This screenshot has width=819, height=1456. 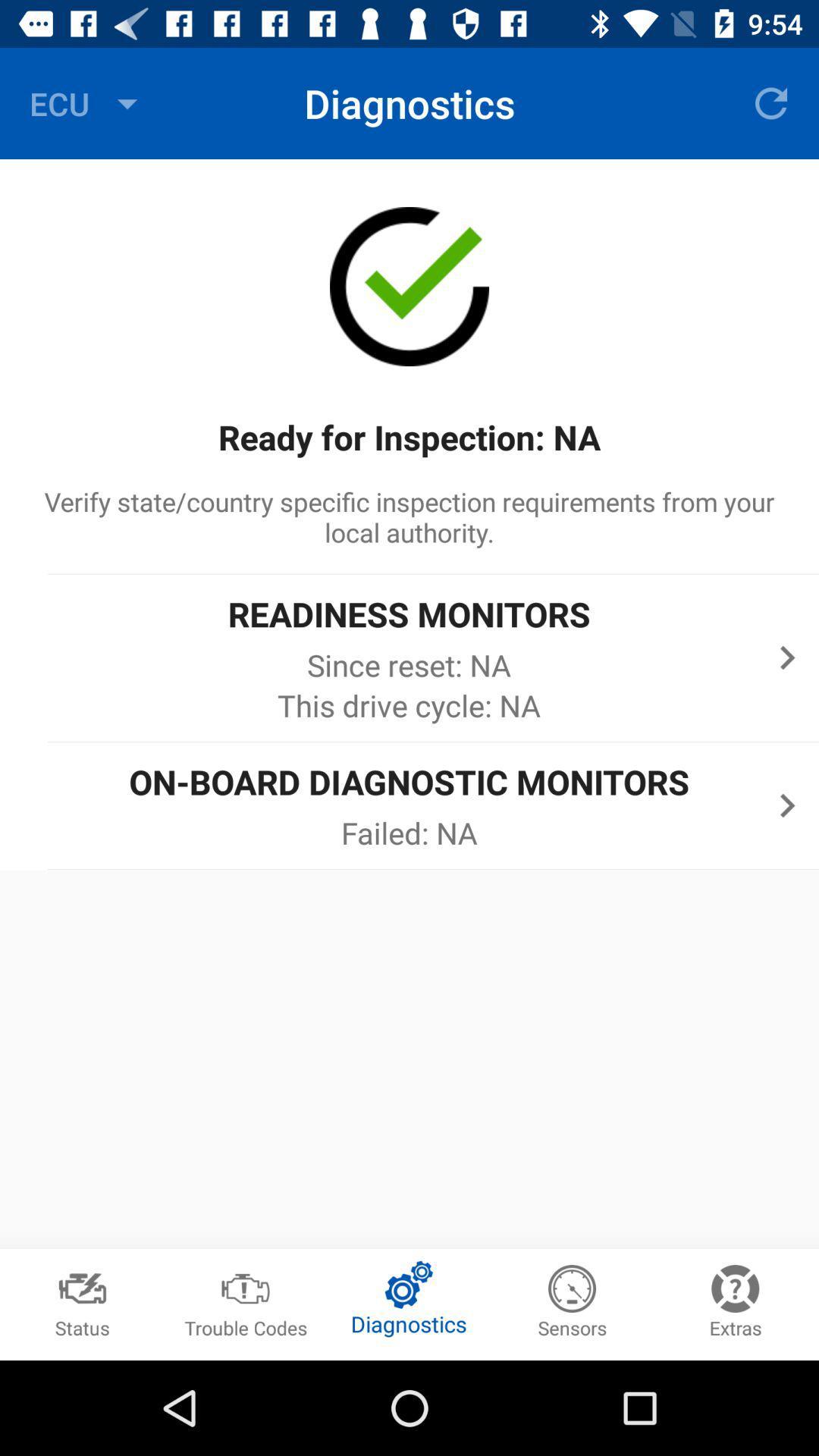 I want to click on icon next to the diagnostics icon, so click(x=87, y=102).